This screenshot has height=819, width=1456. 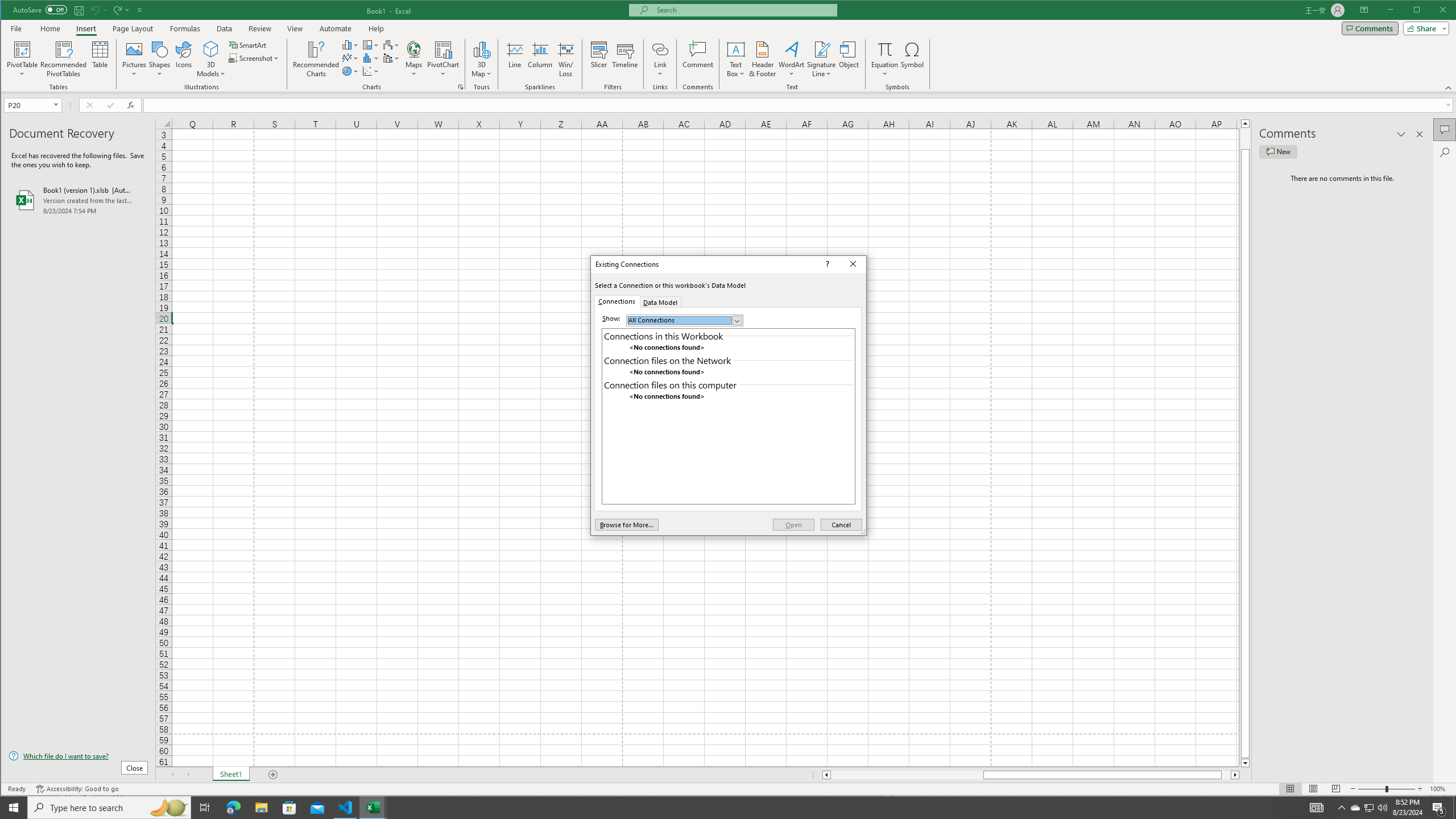 I want to click on 'Insert Column or Bar Chart', so click(x=350, y=44).